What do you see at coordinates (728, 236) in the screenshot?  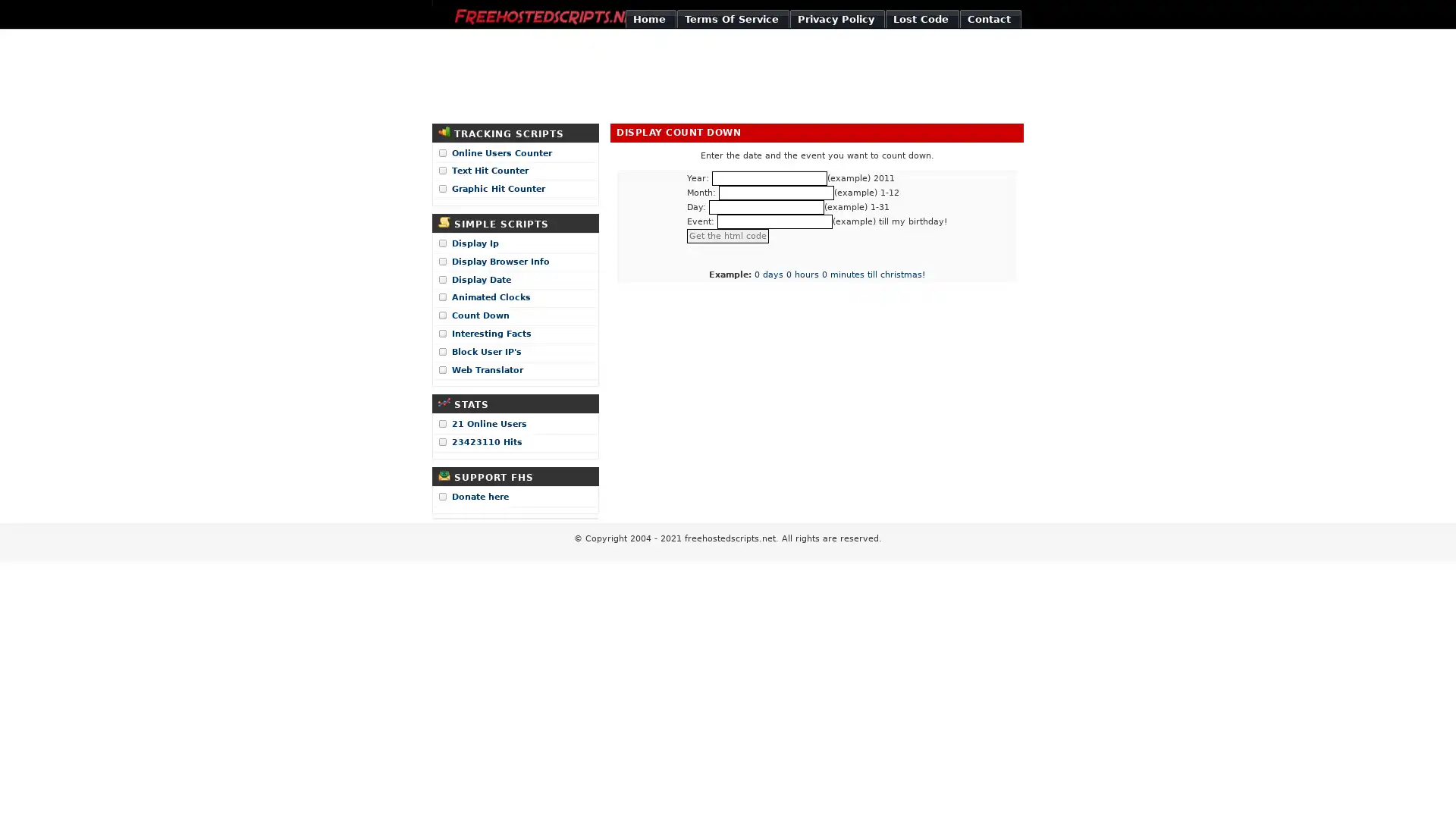 I see `Get the html code` at bounding box center [728, 236].